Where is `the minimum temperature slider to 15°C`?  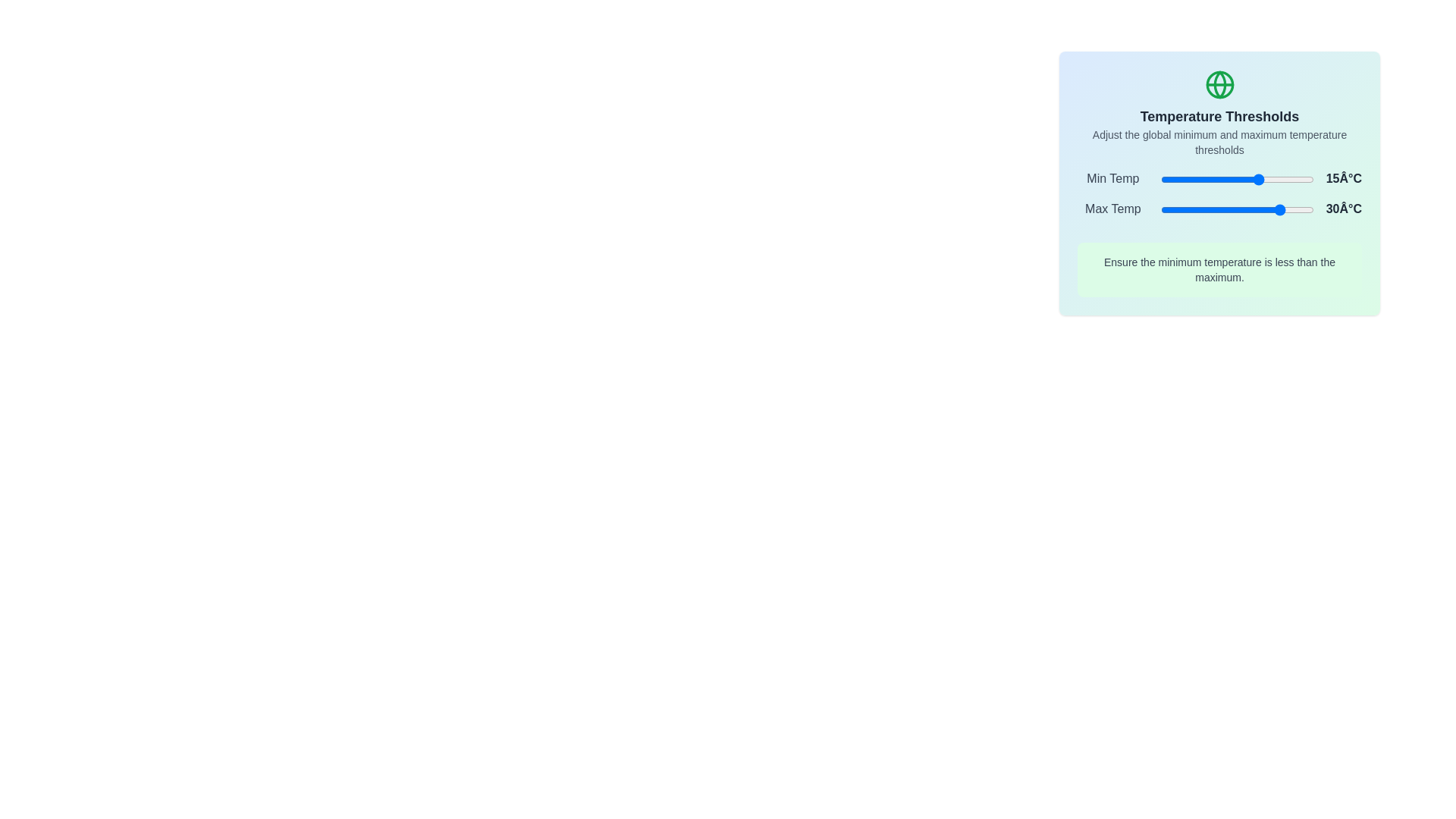
the minimum temperature slider to 15°C is located at coordinates (1260, 178).